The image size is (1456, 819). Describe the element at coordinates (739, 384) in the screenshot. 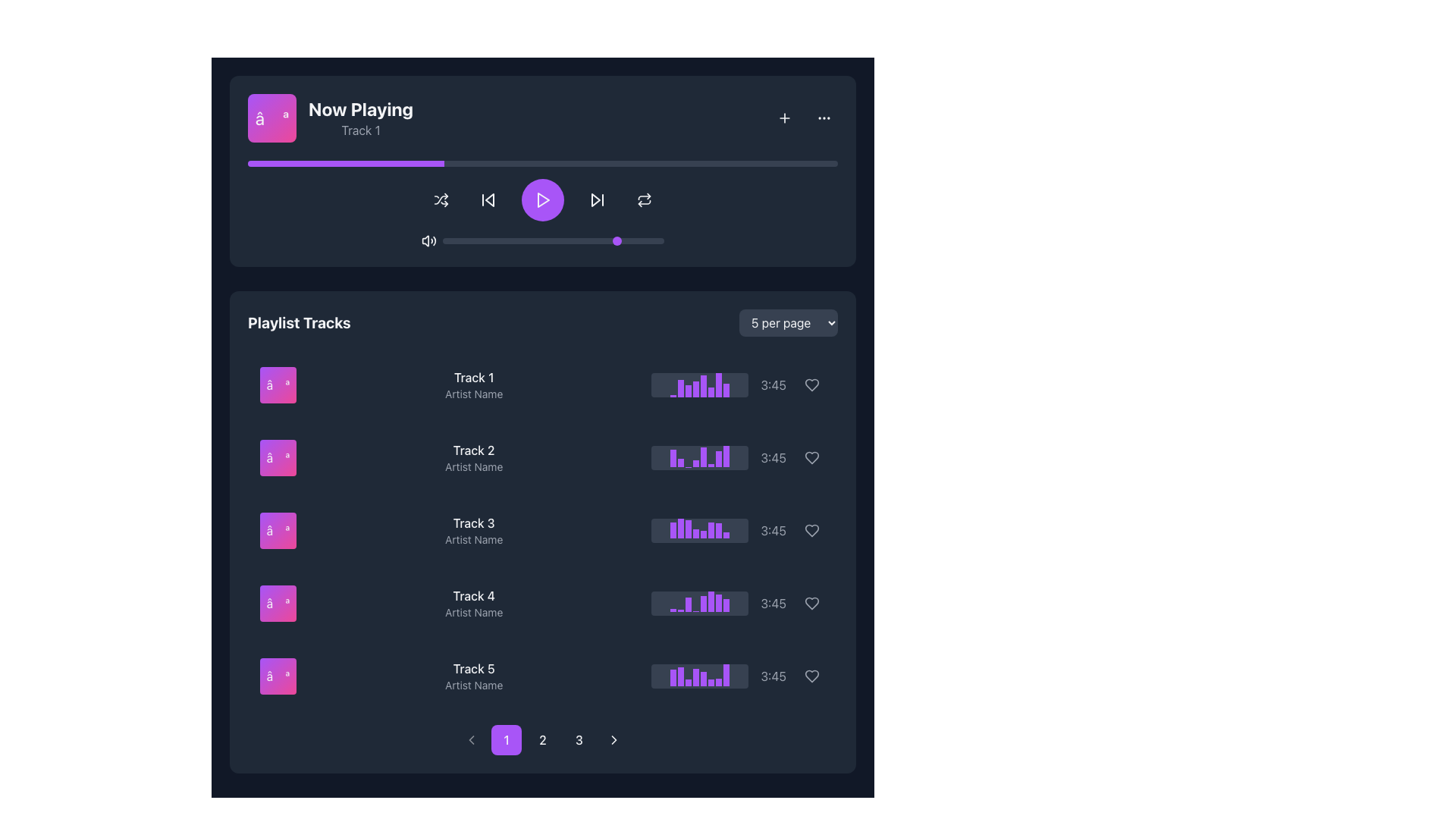

I see `the Decorative audio visualization chart that visually represents audio dynamics for the track, located between 'Track 1' and '3:45'` at that location.